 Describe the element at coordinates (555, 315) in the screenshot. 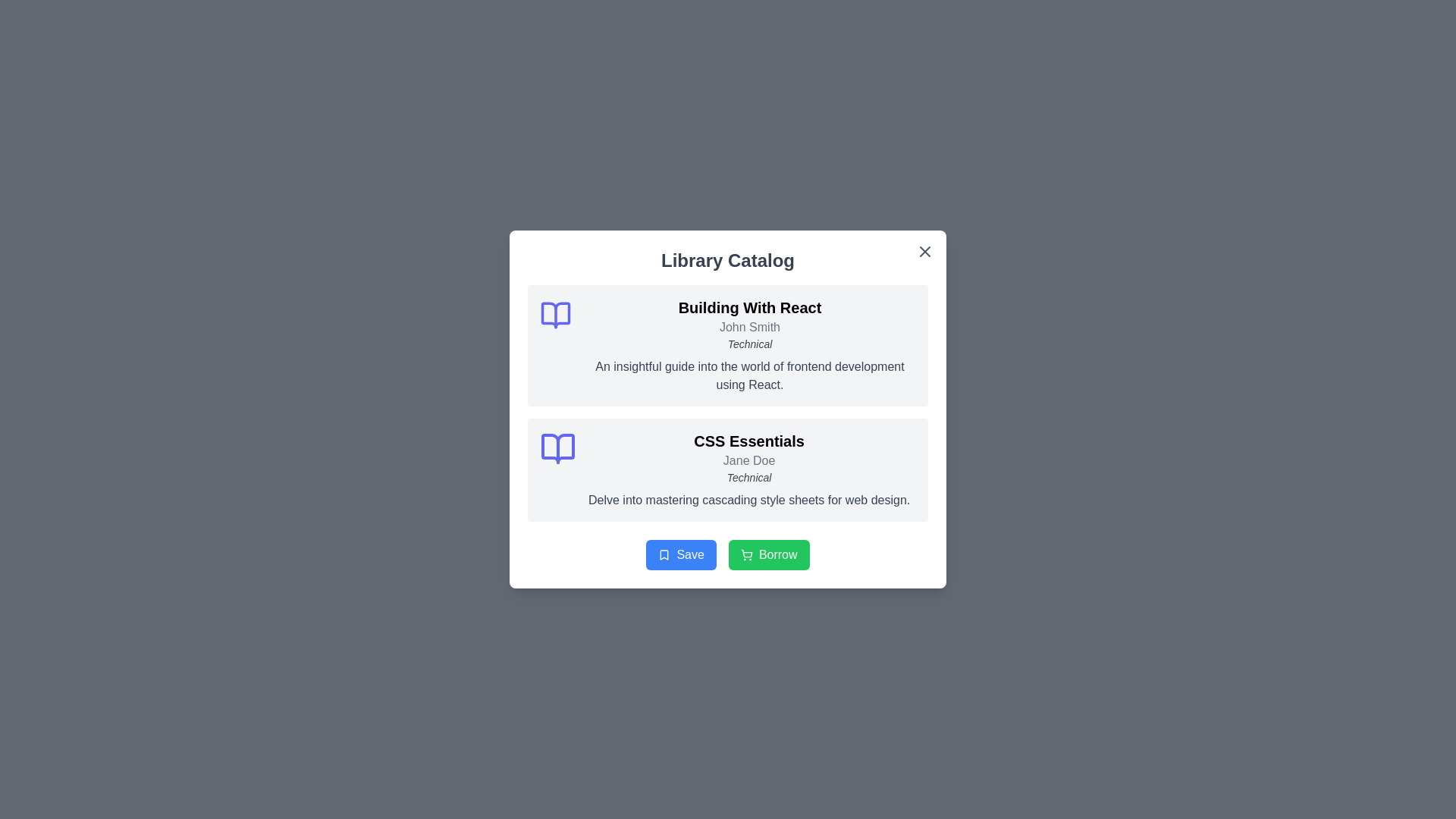

I see `the left-most icon in the first book entry box labeled 'Building With React' within the Library Catalog modal` at that location.